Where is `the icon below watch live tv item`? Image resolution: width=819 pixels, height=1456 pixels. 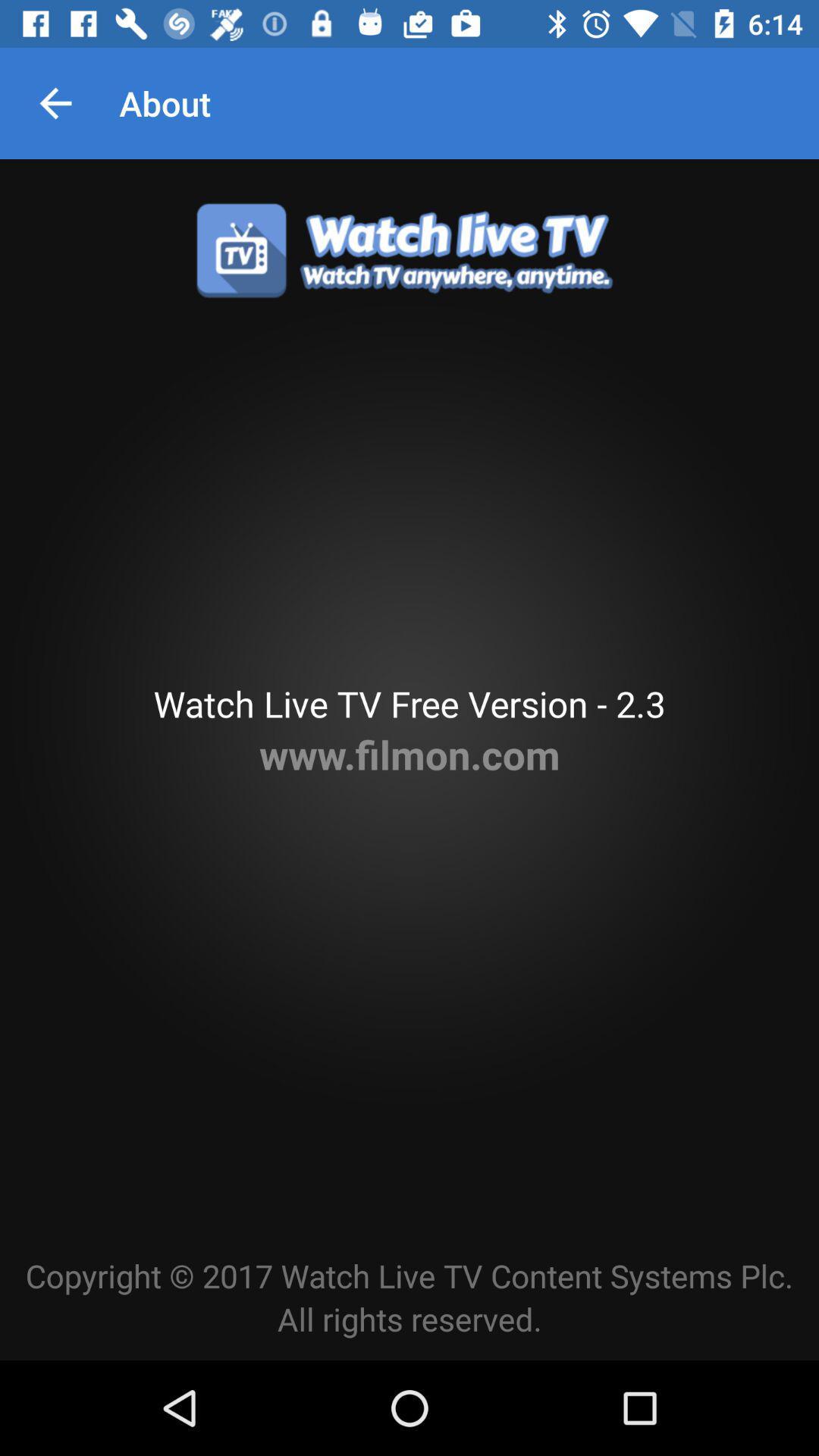 the icon below watch live tv item is located at coordinates (409, 754).